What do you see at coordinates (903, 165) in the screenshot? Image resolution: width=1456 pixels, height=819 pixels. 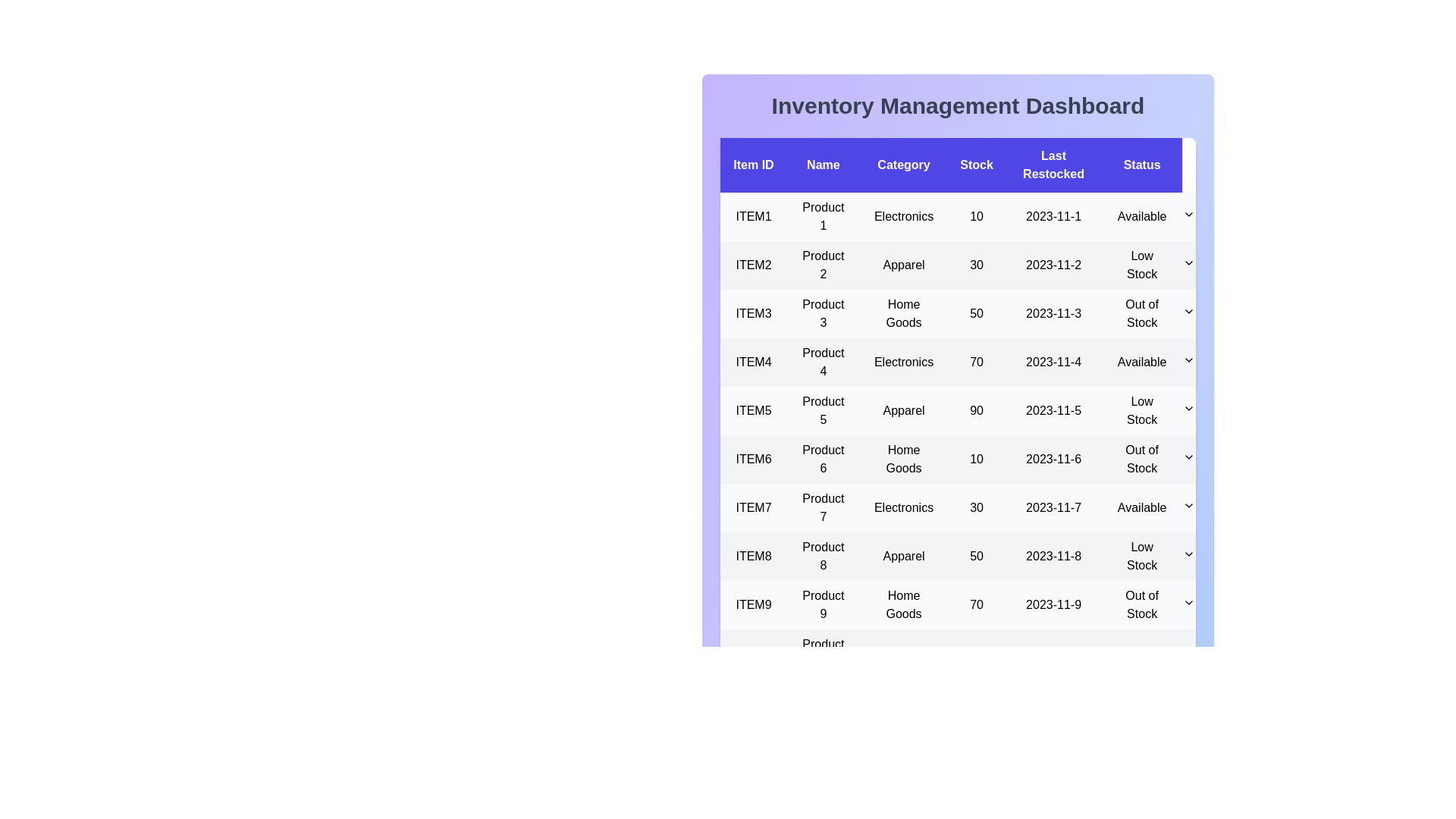 I see `the column header Category to sort the data by that column` at bounding box center [903, 165].